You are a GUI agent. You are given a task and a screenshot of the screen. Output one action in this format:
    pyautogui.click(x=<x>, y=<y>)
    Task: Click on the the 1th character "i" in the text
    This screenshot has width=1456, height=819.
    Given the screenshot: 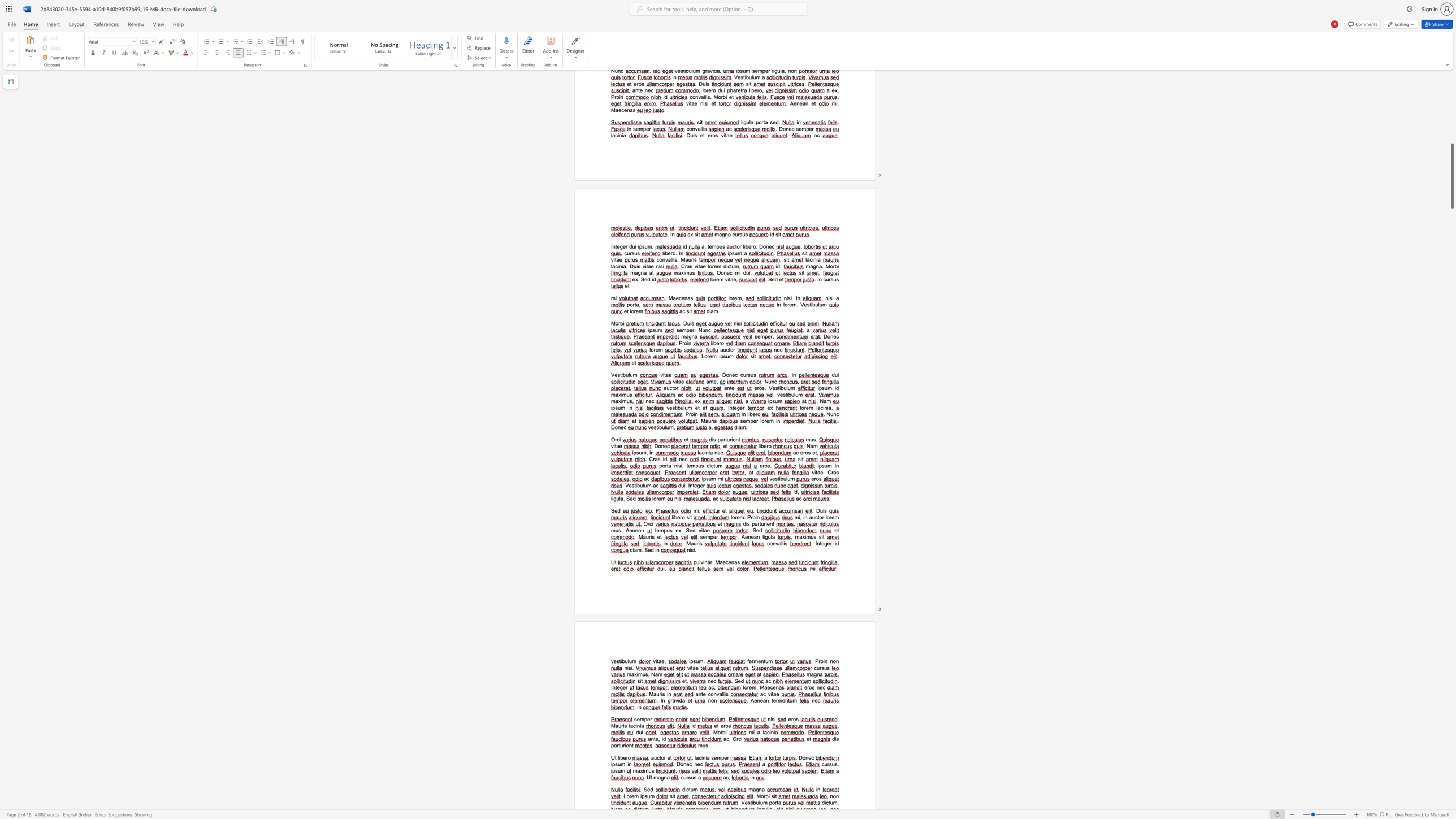 What is the action you would take?
    pyautogui.click(x=824, y=661)
    